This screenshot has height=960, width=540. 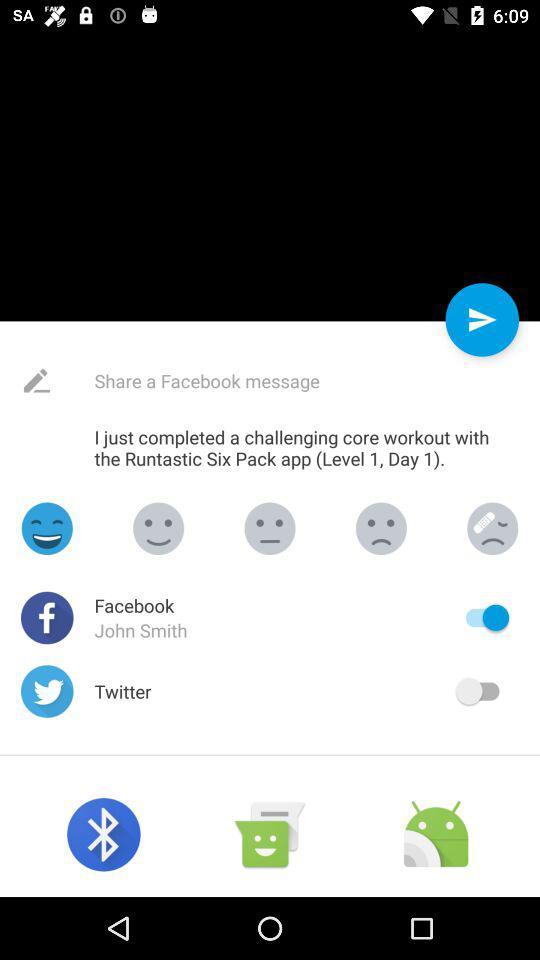 What do you see at coordinates (491, 527) in the screenshot?
I see `smile selection` at bounding box center [491, 527].